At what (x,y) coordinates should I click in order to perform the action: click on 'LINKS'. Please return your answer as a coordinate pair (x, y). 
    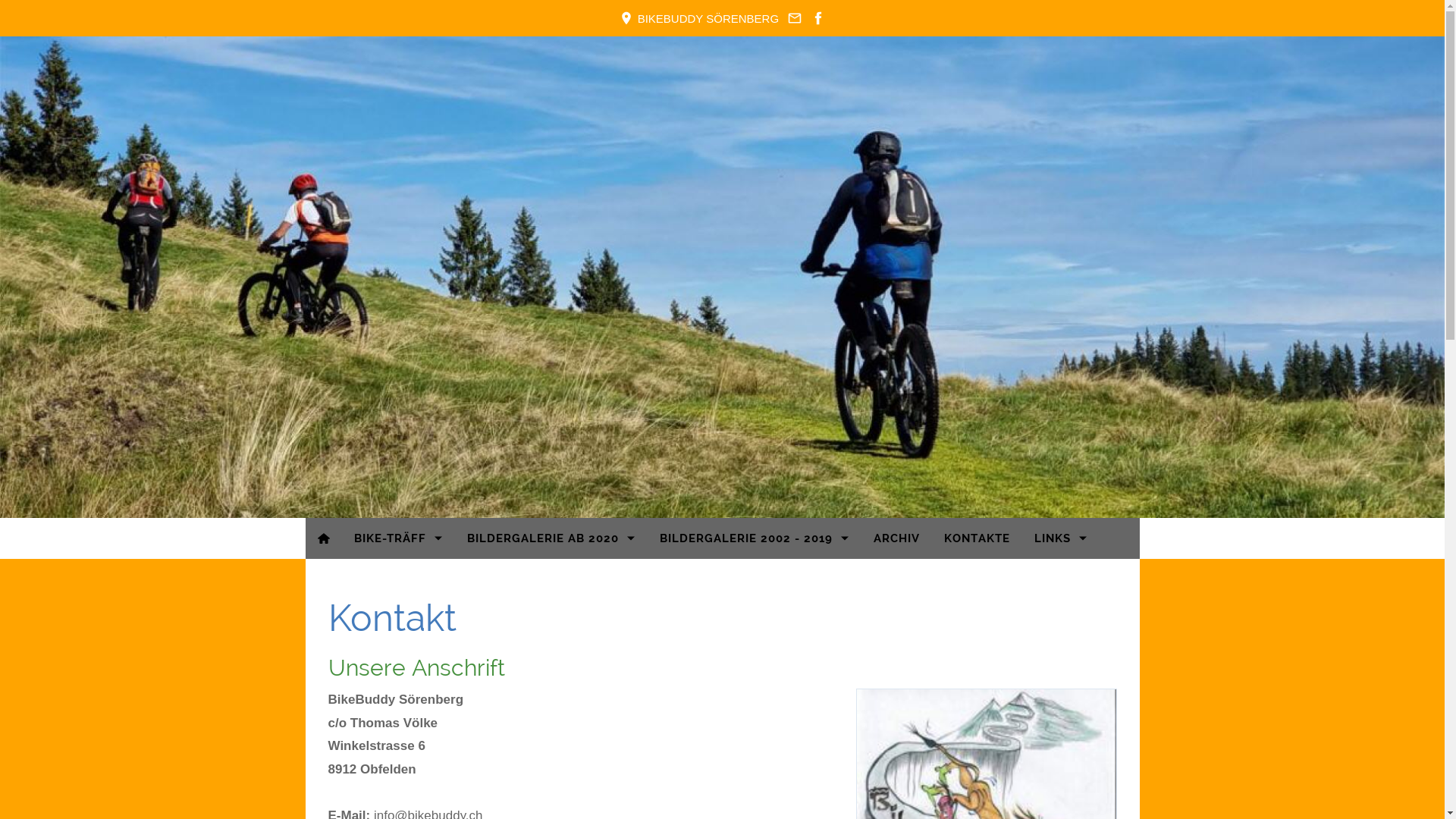
    Looking at the image, I should click on (1022, 537).